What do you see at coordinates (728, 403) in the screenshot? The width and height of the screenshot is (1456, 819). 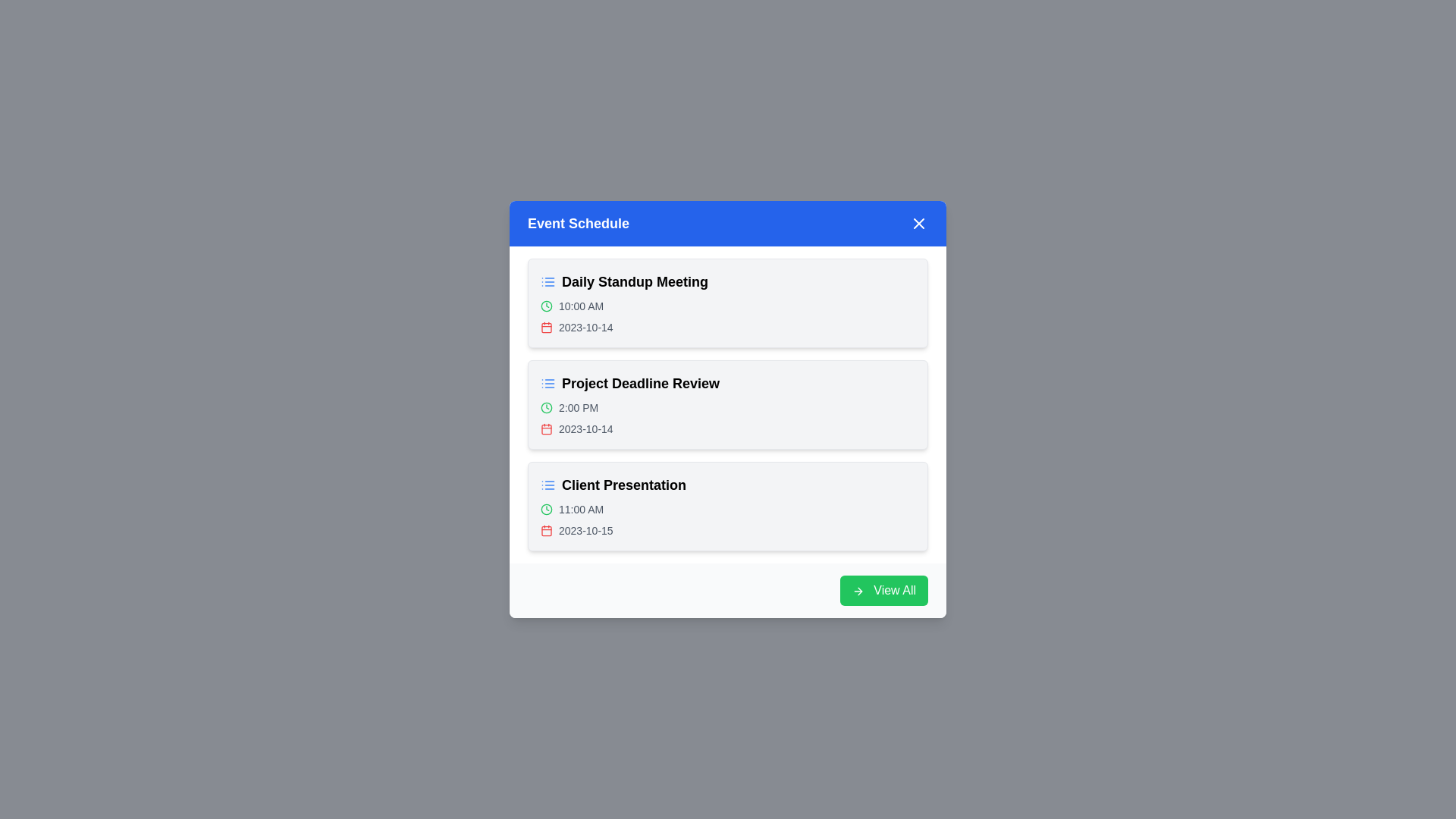 I see `the Card item representing the event entry for the project deadline review, located between 'Daily Standup Meeting' and 'Client Presentation' in the 'Event Schedule' modal` at bounding box center [728, 403].